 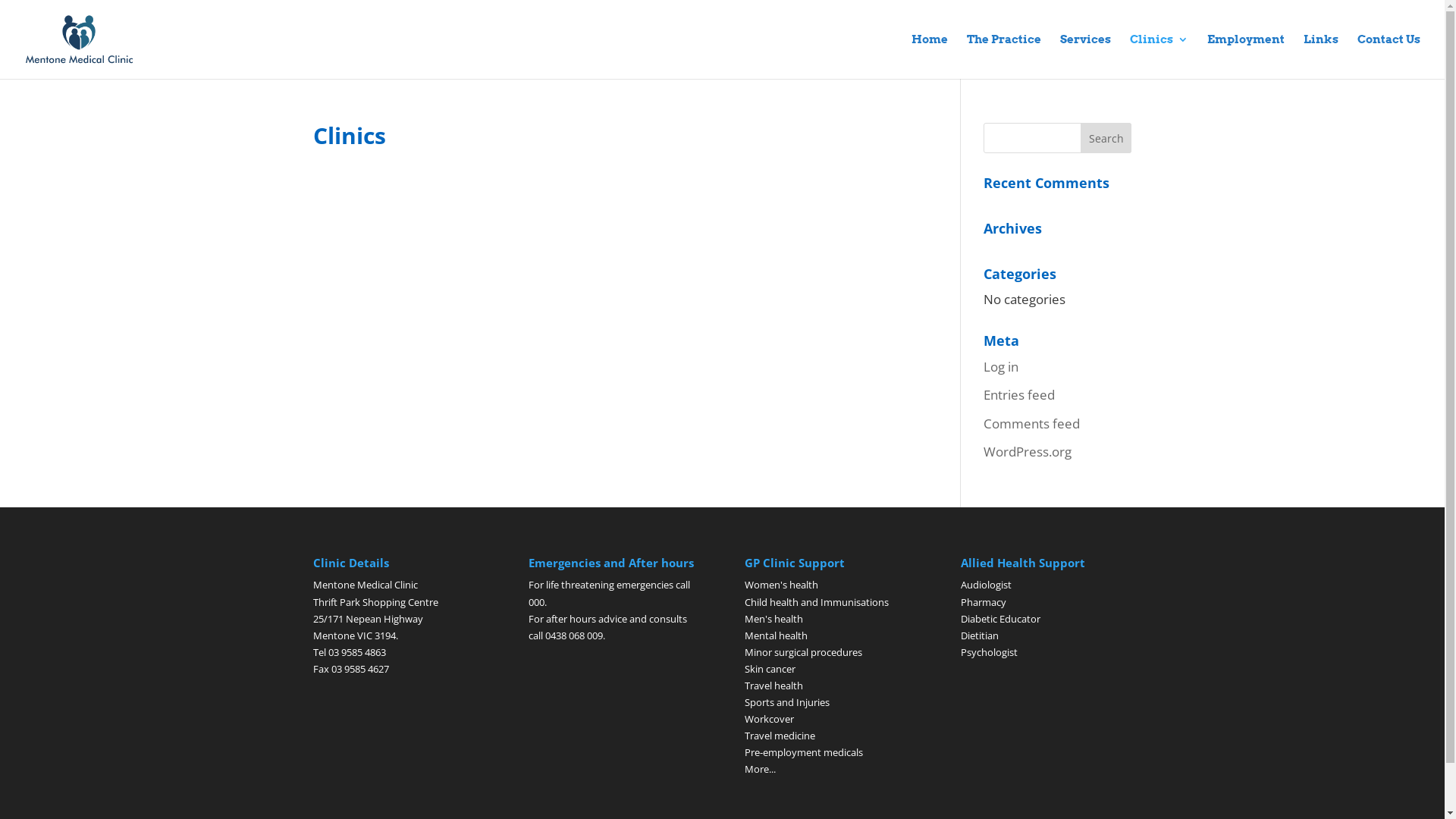 What do you see at coordinates (760, 769) in the screenshot?
I see `'More...'` at bounding box center [760, 769].